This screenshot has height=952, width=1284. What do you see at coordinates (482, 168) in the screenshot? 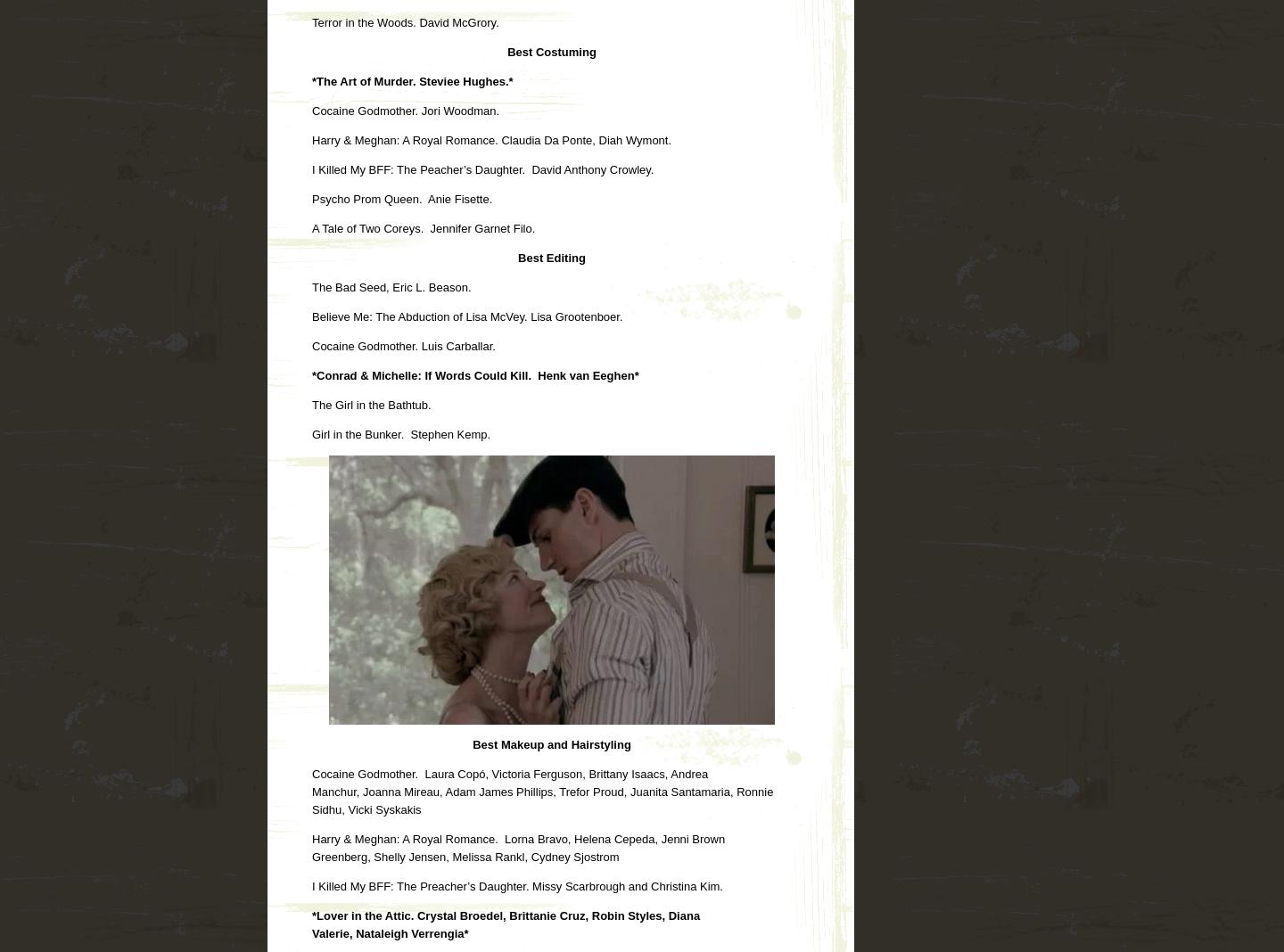
I see `'I Killed My BFF: The Peacher’s Daughter.  David Anthony Crowley.'` at bounding box center [482, 168].